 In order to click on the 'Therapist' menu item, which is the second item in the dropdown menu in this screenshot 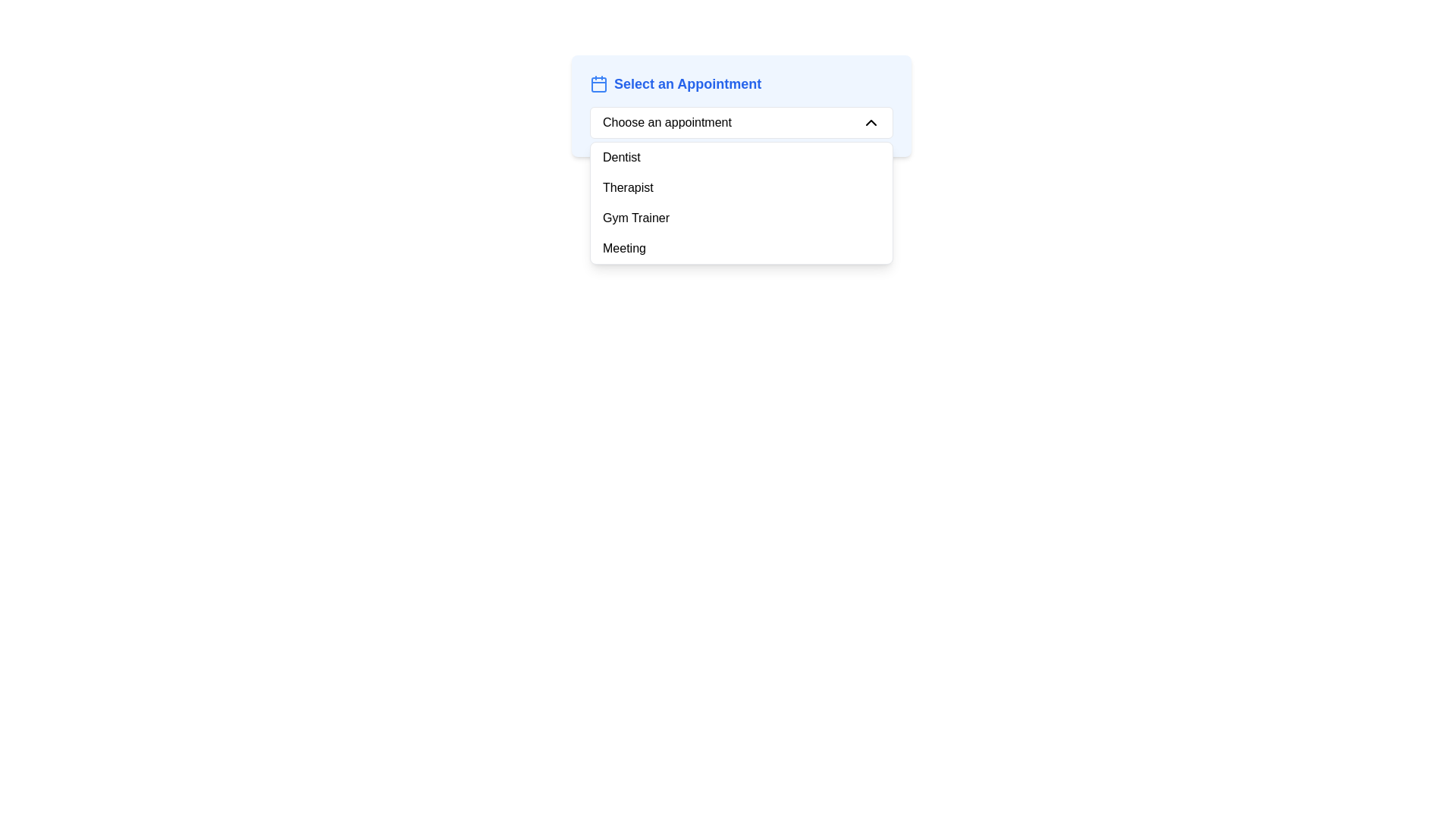, I will do `click(742, 187)`.